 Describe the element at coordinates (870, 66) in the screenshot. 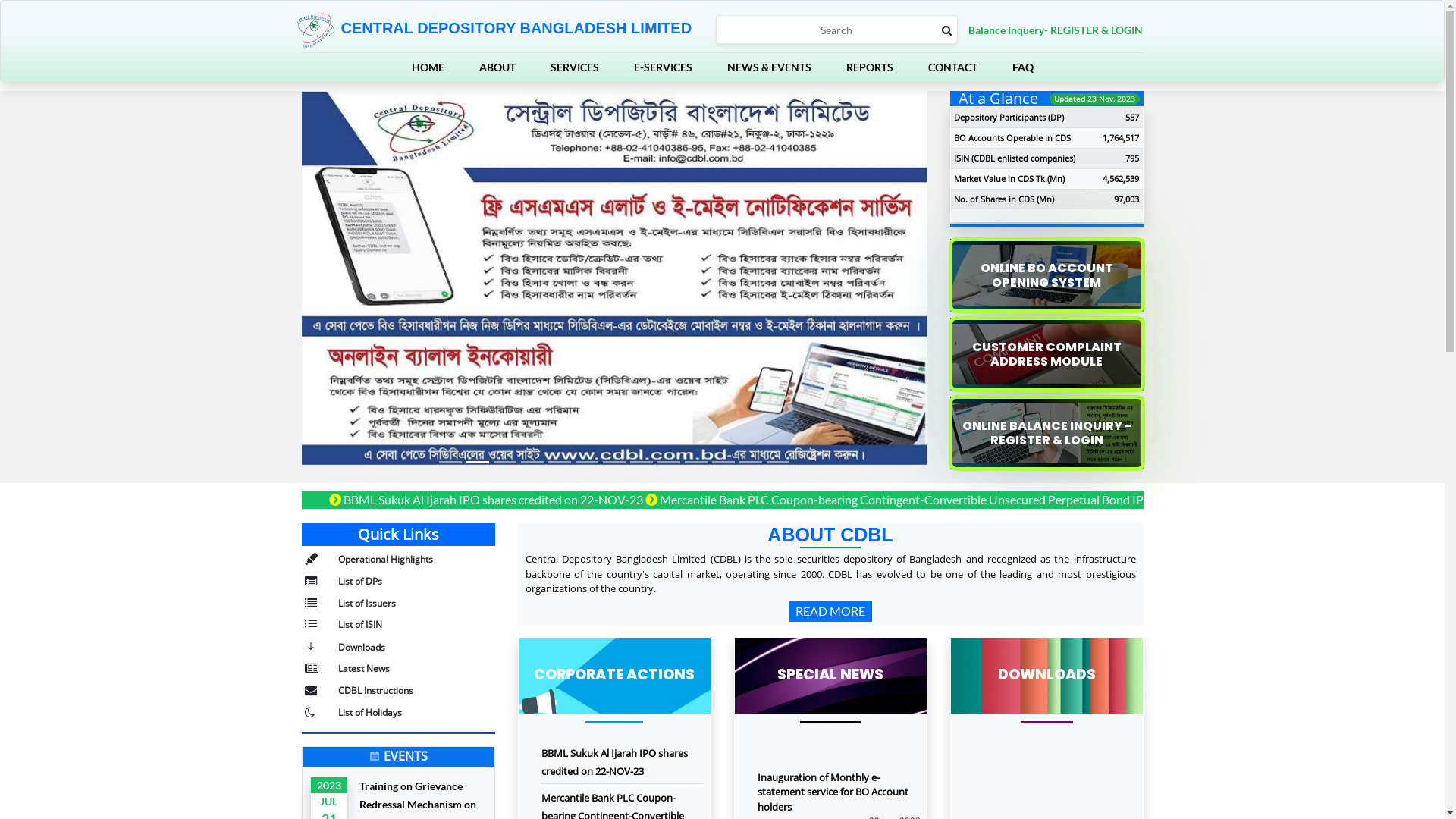

I see `'REPORTS'` at that location.